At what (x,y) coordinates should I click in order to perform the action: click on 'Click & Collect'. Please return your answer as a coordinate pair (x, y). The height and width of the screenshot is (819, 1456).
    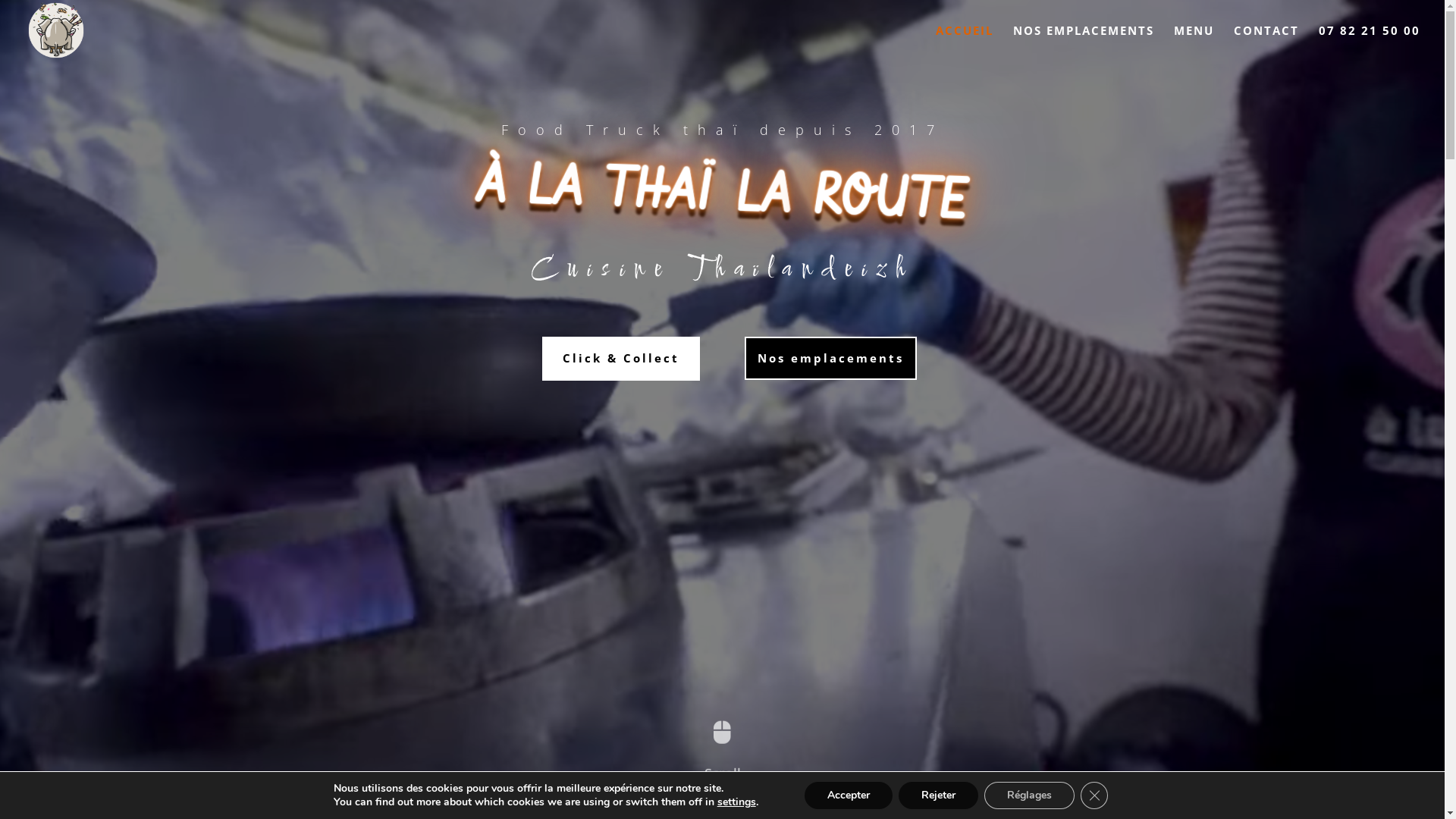
    Looking at the image, I should click on (621, 359).